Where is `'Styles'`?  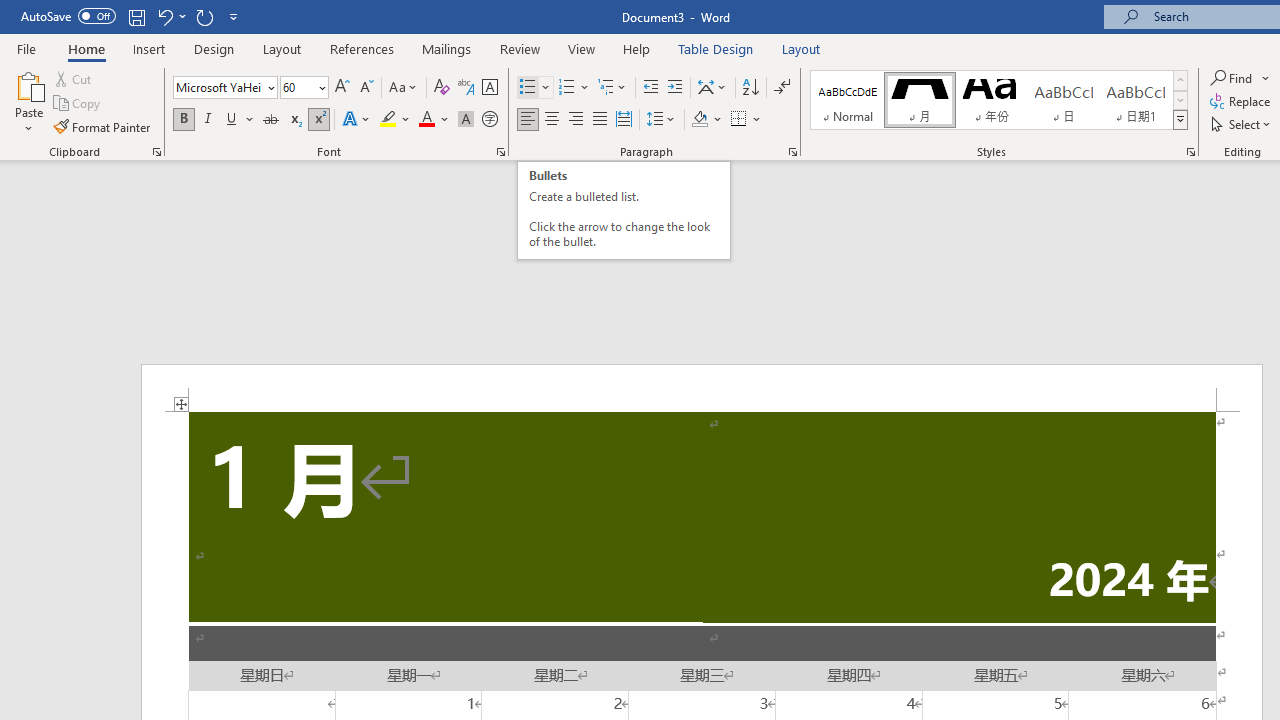
'Styles' is located at coordinates (1180, 120).